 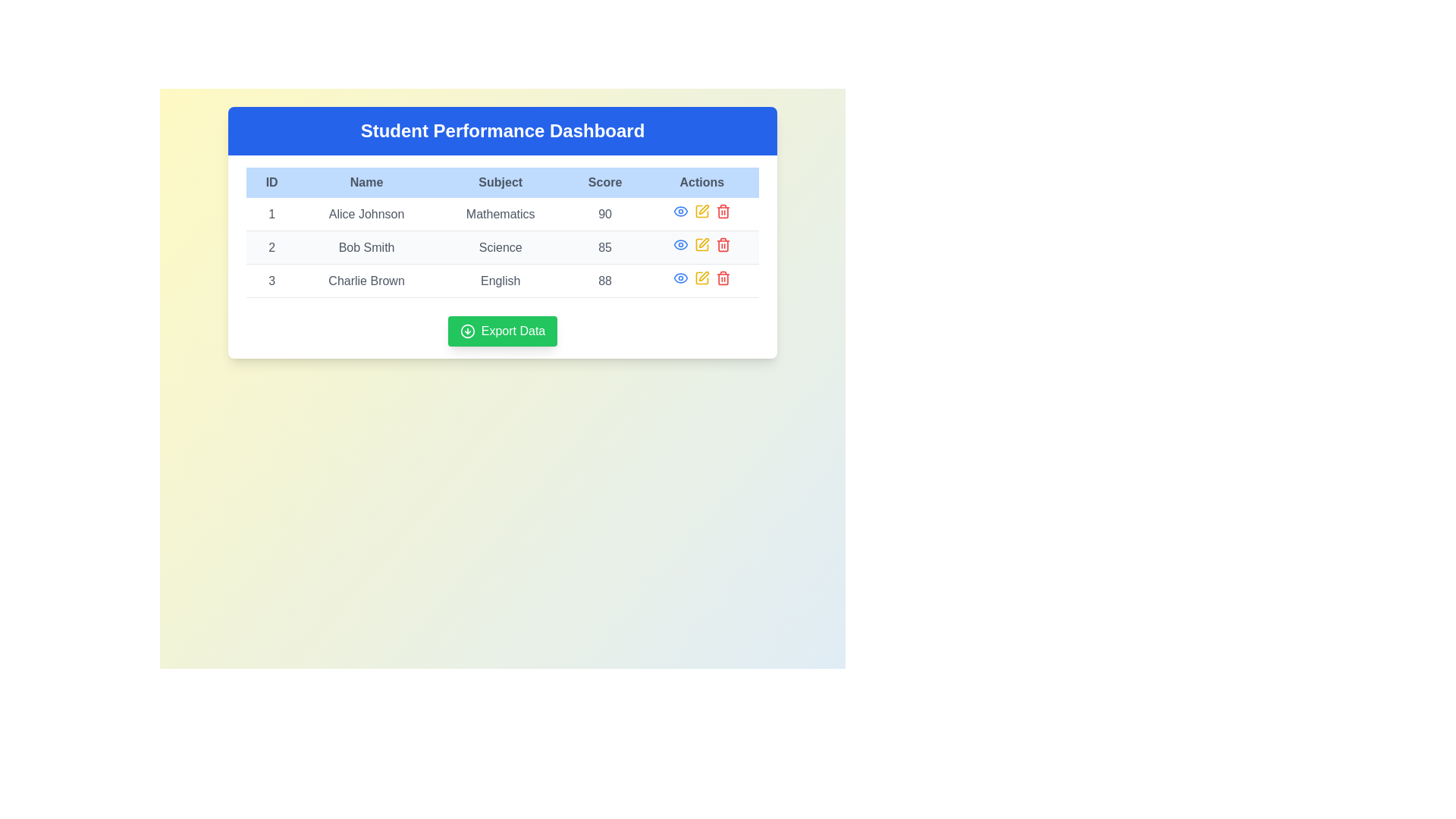 I want to click on the first row of the table containing ID '1', name 'Alice Johnson', subject 'Mathematics', and score '90', so click(x=502, y=213).